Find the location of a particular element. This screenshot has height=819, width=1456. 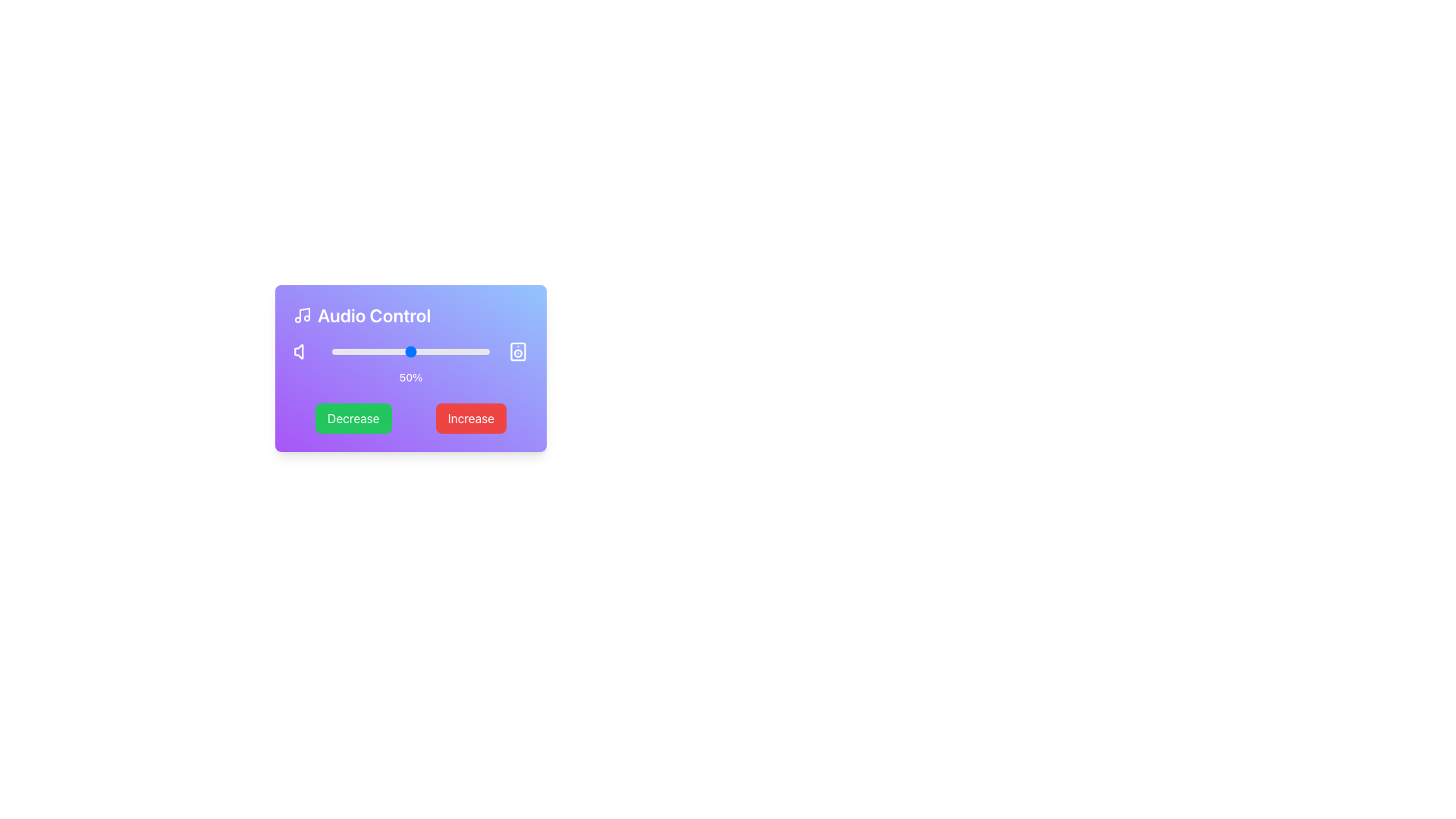

the slider is located at coordinates (368, 351).